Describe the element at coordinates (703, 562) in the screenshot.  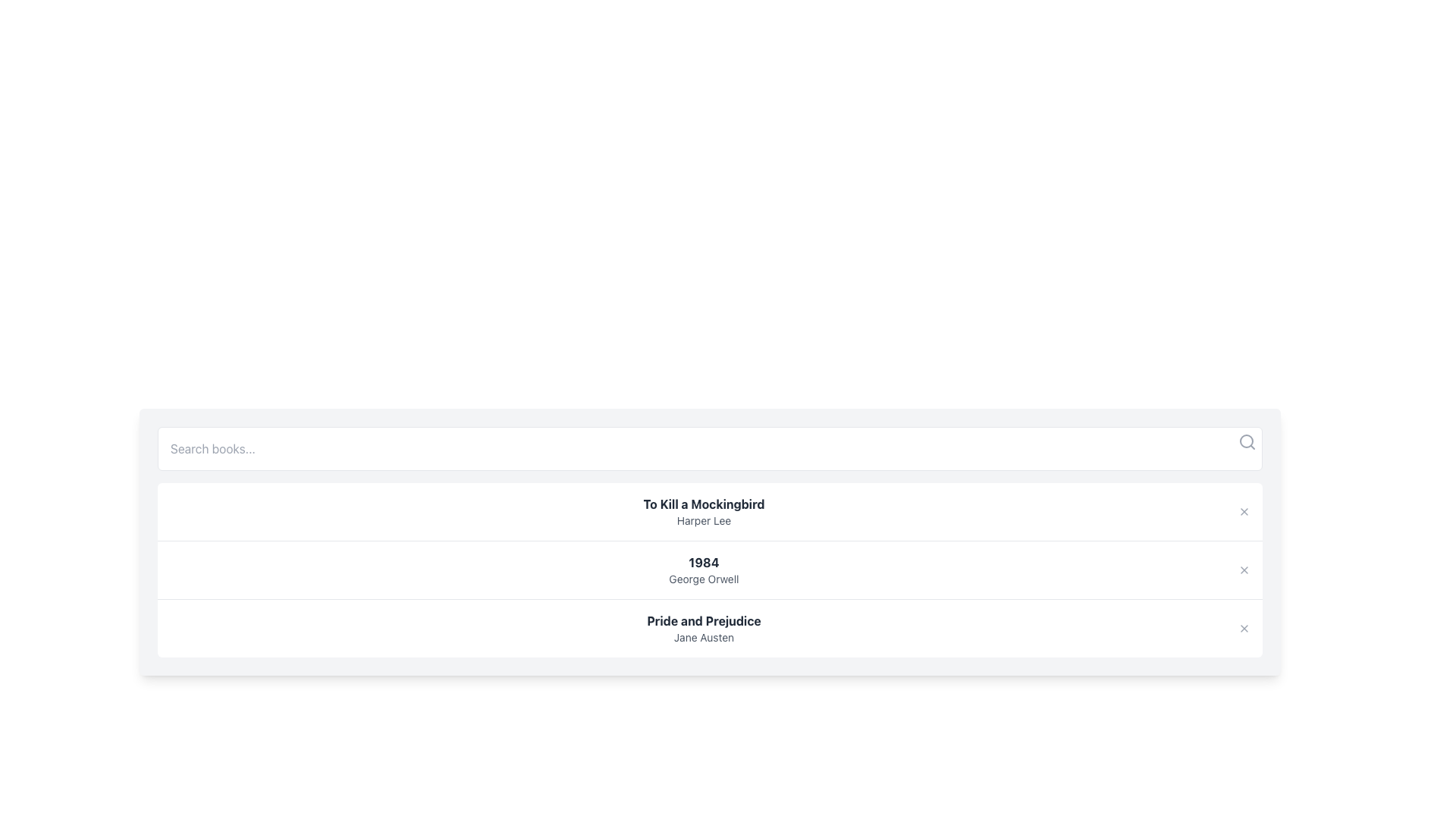
I see `the title of the book located in the second row of the list, which is centrally aligned above the text 'George Orwell'` at that location.